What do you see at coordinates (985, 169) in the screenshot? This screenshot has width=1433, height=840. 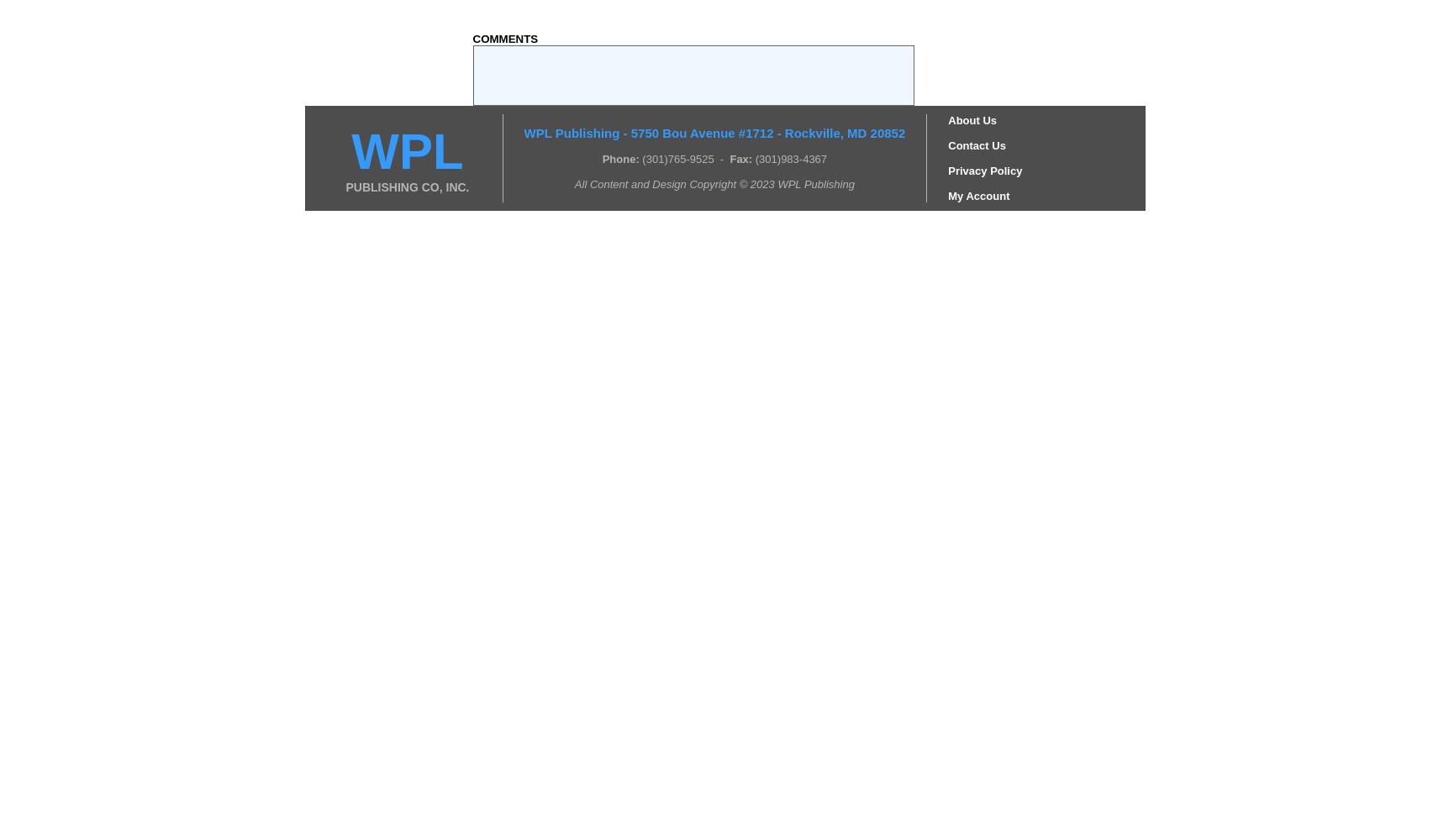 I see `'Privacy Policy'` at bounding box center [985, 169].